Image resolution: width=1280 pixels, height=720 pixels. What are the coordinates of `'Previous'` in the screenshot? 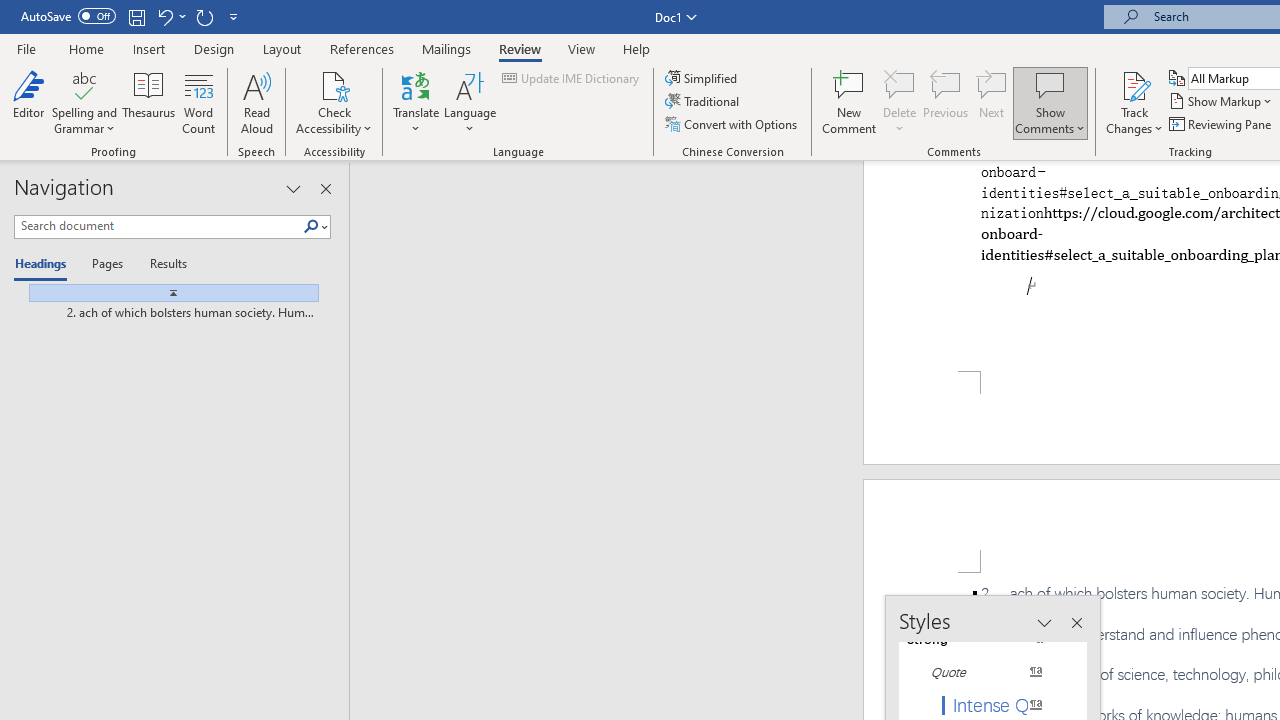 It's located at (945, 103).